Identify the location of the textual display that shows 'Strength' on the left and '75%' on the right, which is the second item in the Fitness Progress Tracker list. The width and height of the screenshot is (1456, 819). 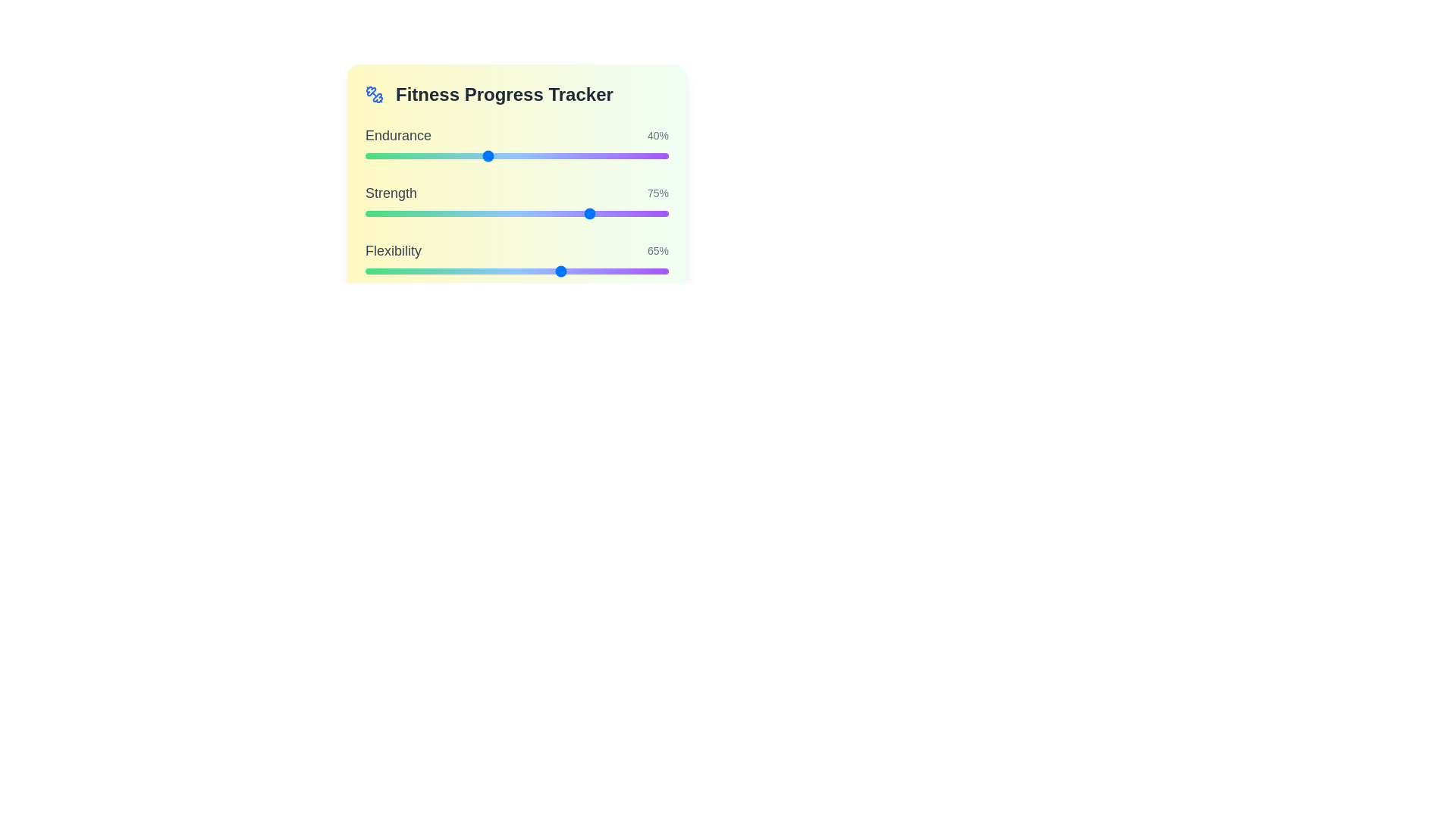
(516, 192).